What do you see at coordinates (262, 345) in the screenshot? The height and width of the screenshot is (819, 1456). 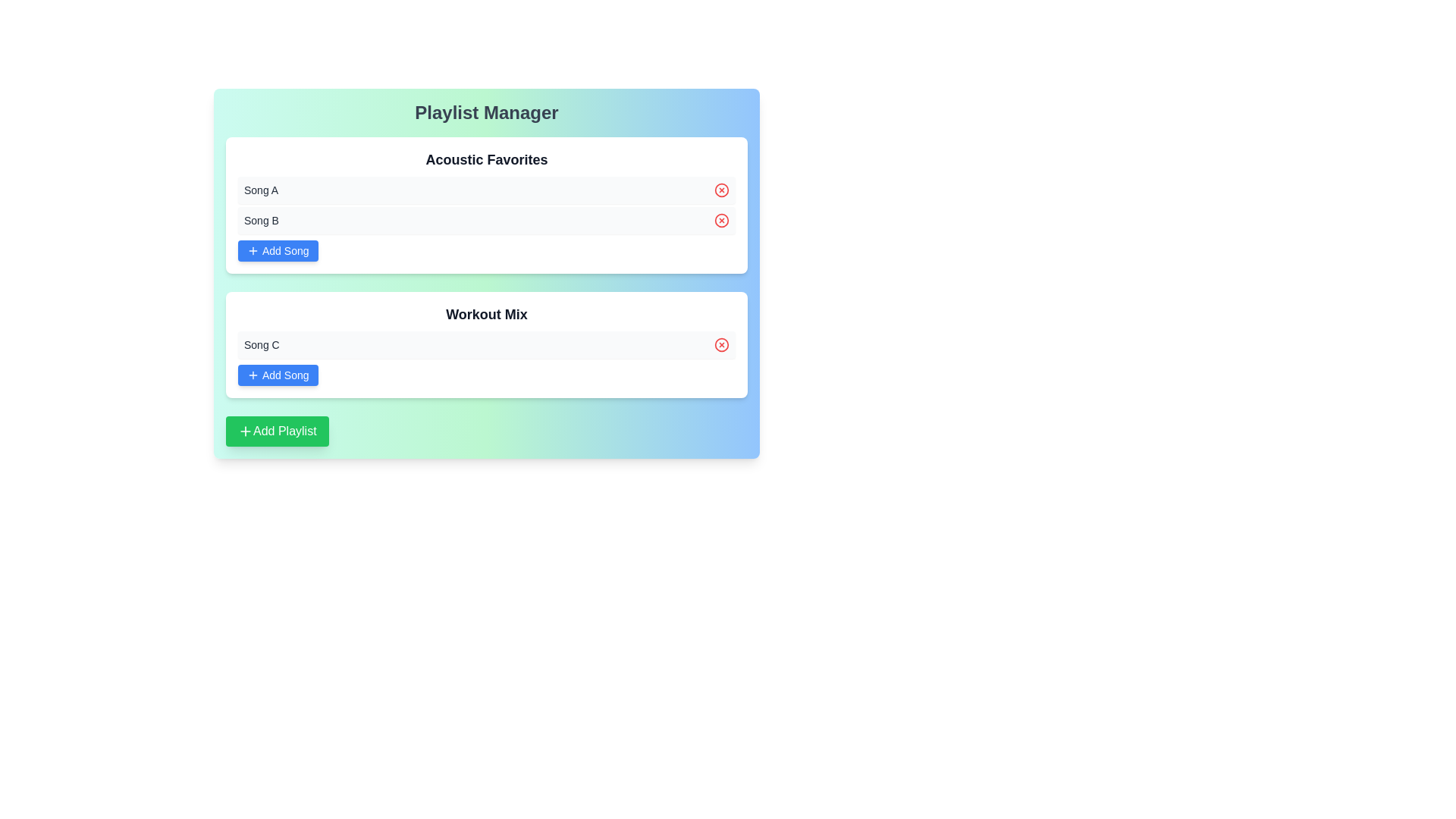 I see `the text label 'Song C' in the 'Workout Mix' panel, which is the first item in the song list above the 'Add Song' button` at bounding box center [262, 345].